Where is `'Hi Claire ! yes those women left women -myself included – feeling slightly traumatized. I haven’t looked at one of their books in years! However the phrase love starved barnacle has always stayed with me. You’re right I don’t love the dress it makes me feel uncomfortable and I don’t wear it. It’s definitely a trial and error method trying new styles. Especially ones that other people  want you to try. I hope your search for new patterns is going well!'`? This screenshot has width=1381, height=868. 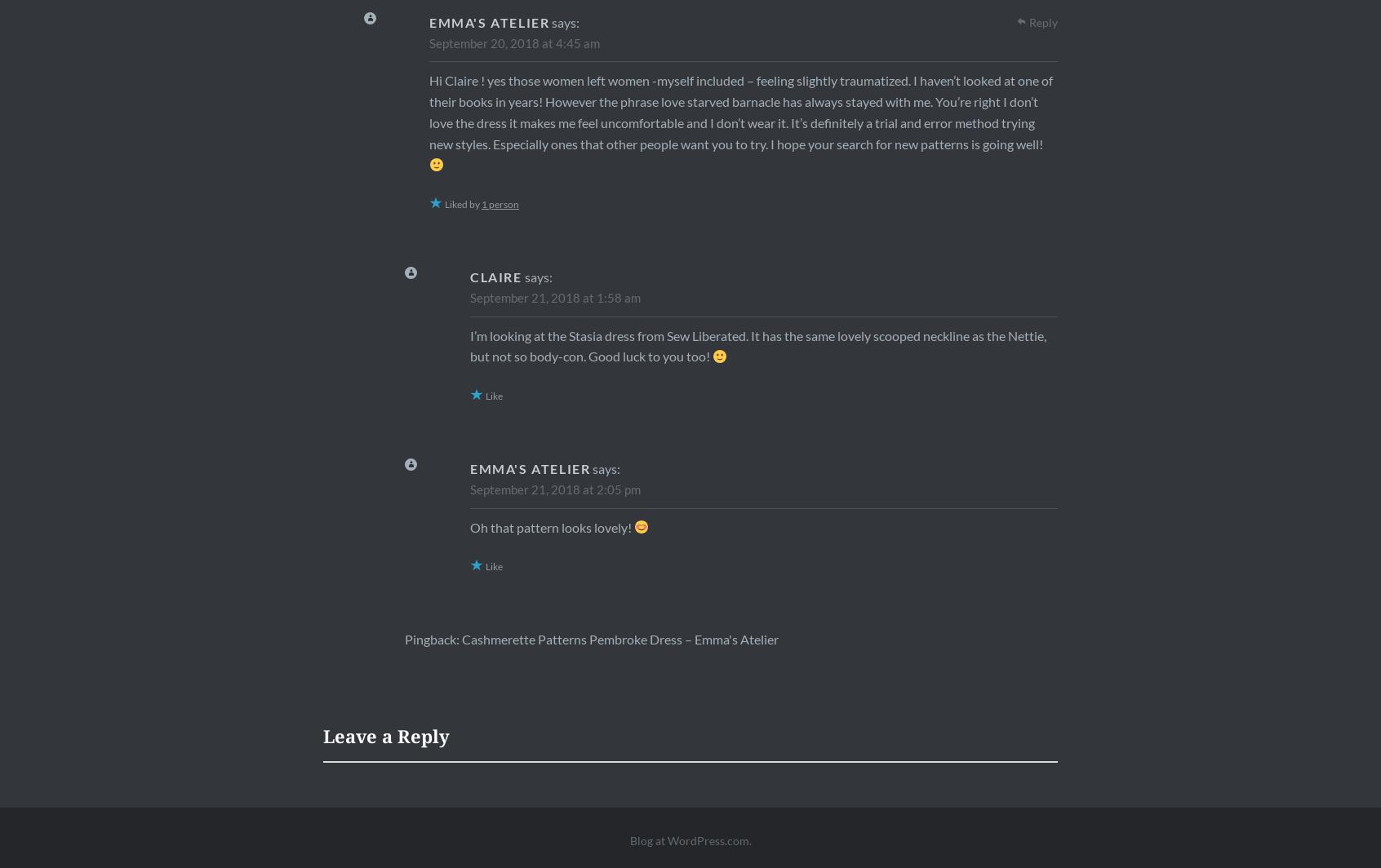 'Hi Claire ! yes those women left women -myself included – feeling slightly traumatized. I haven’t looked at one of their books in years! However the phrase love starved barnacle has always stayed with me. You’re right I don’t love the dress it makes me feel uncomfortable and I don’t wear it. It’s definitely a trial and error method trying new styles. Especially ones that other people  want you to try. I hope your search for new patterns is going well!' is located at coordinates (739, 111).